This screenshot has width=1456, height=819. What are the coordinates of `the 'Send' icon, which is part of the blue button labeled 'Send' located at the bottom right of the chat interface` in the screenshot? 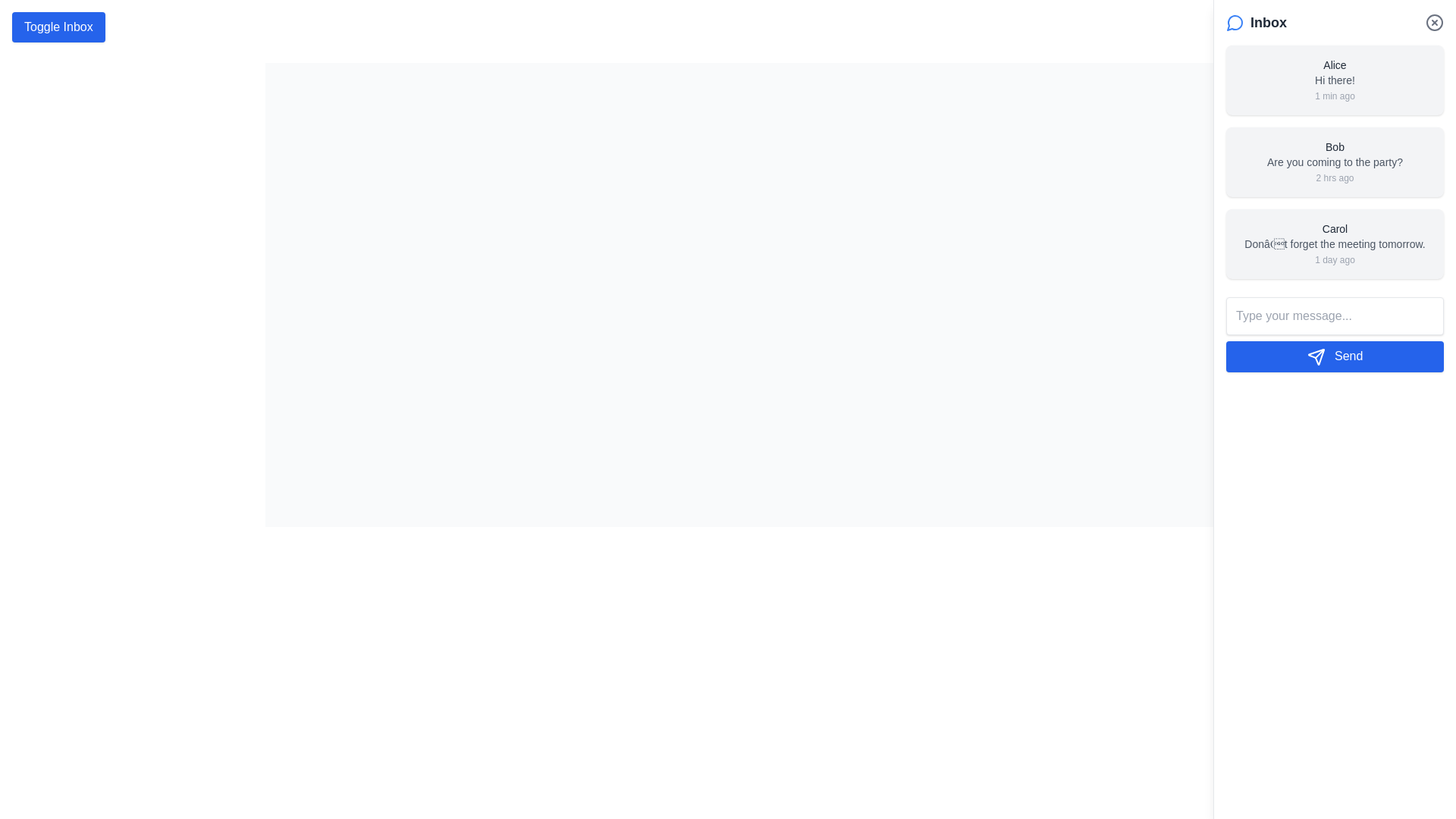 It's located at (1315, 356).